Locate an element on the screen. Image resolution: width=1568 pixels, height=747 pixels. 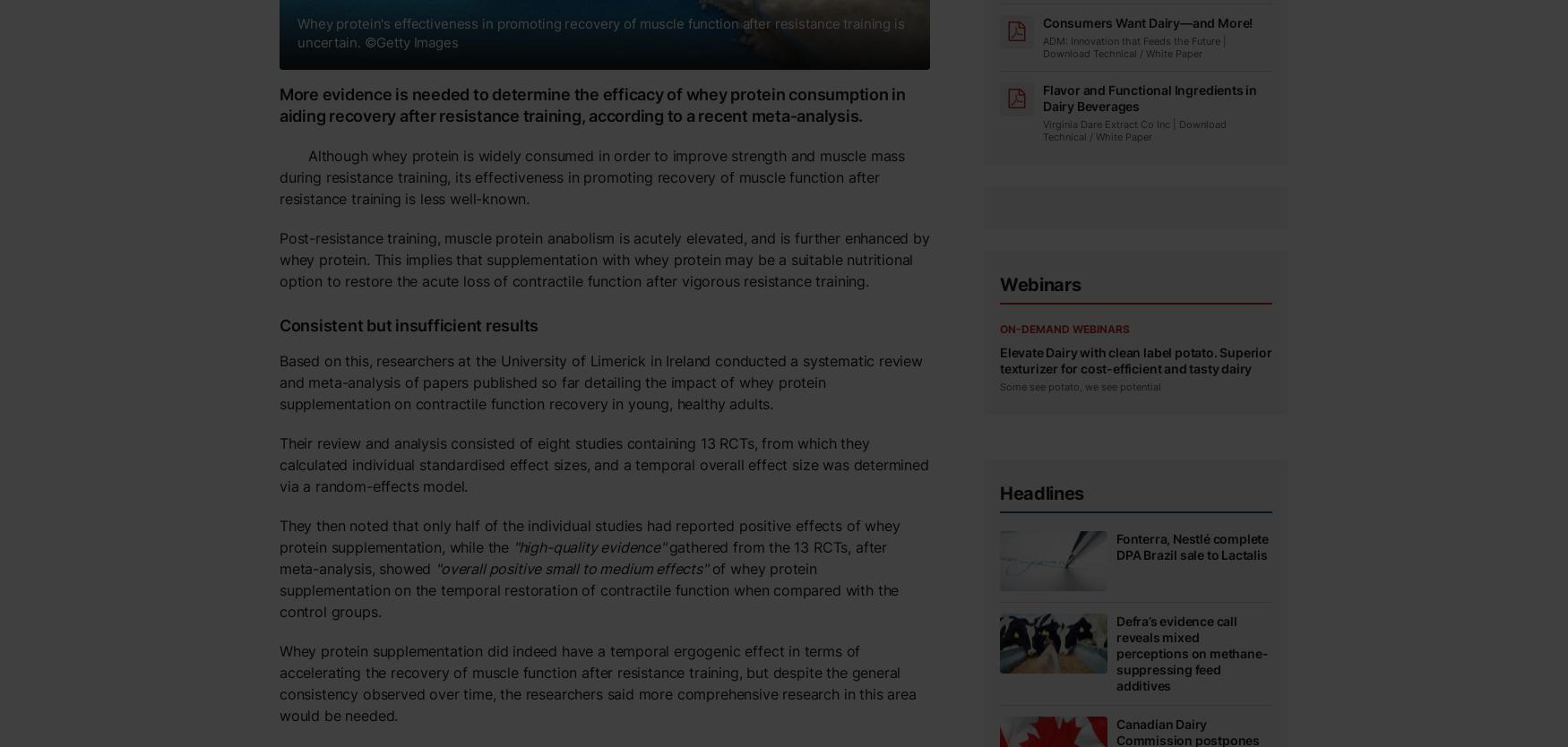
'Although whey protein is widely consumed in order to improve strength and muscle mass during resistance training, its effectiveness in promoting recovery of muscle function after resistance training is less well-known.' is located at coordinates (279, 176).